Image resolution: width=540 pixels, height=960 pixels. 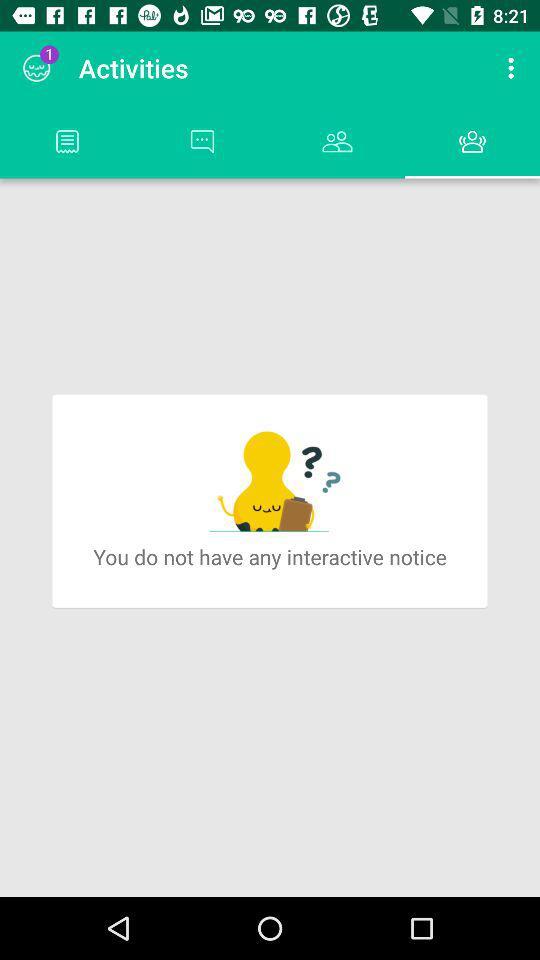 I want to click on the item to the left of activities icon, so click(x=36, y=68).